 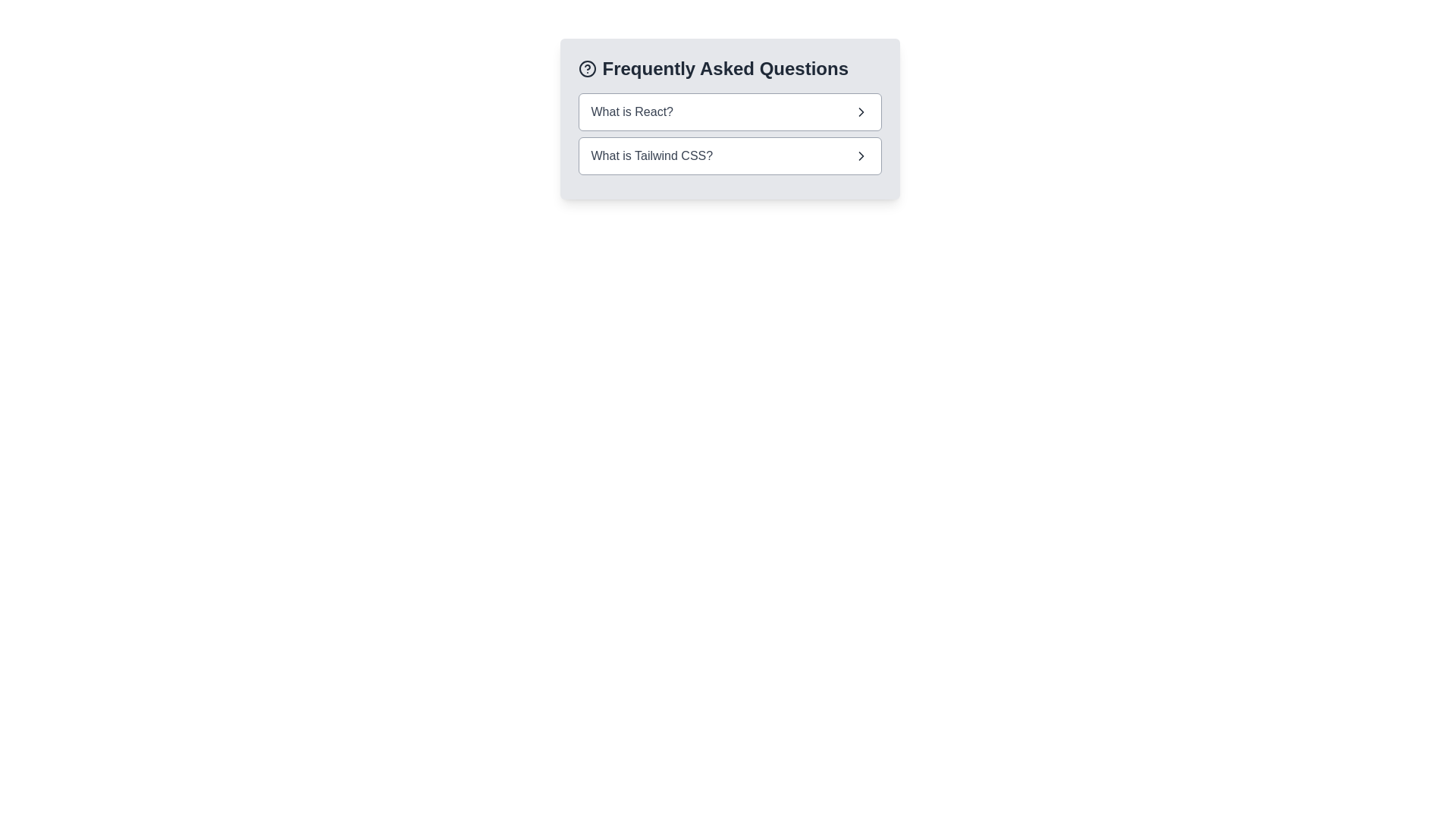 I want to click on text displayed in the Text Label that says 'What is React?', which is styled in gray color and positioned as the title of the first item in a list-like structure, so click(x=632, y=111).